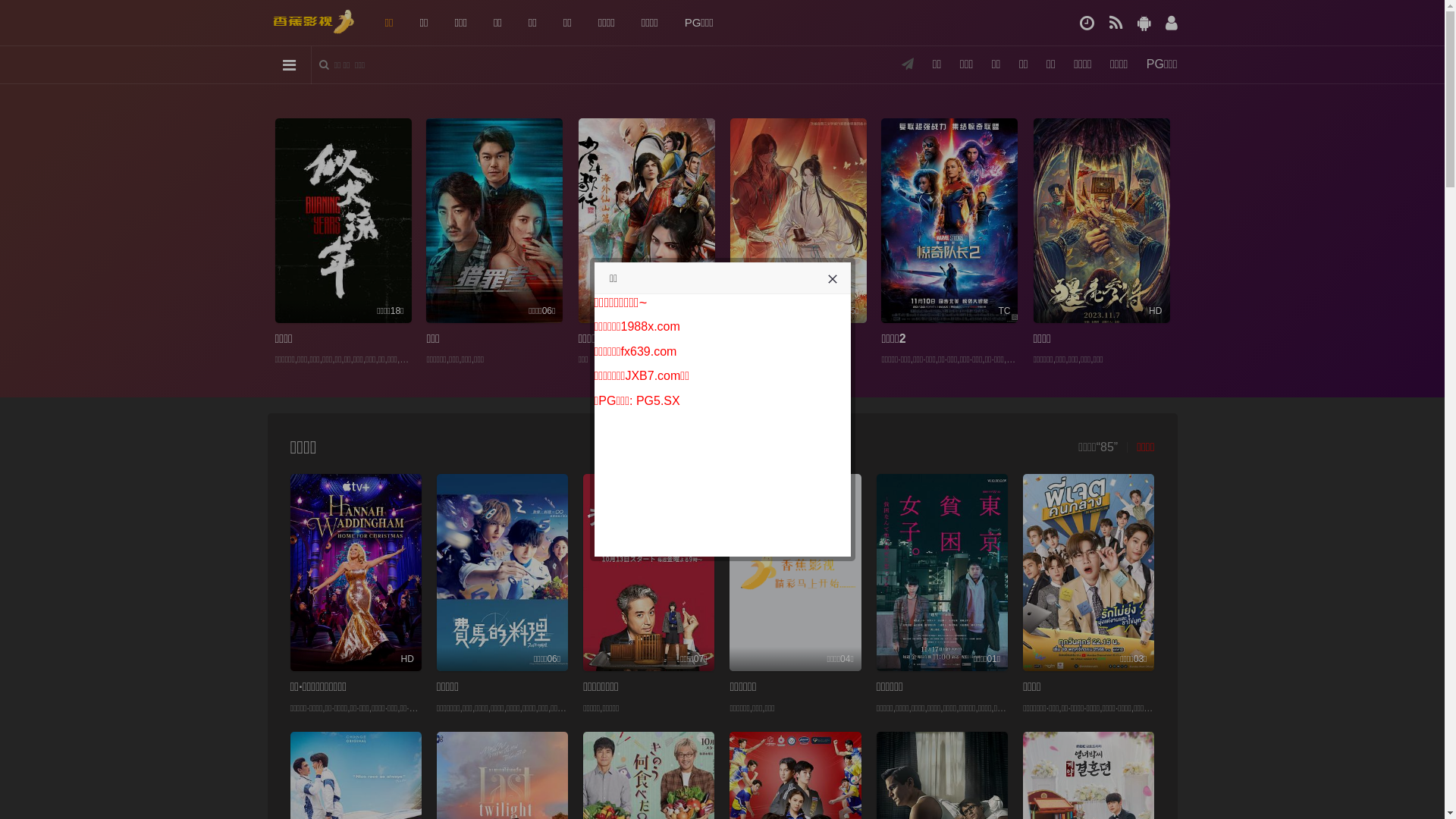 The width and height of the screenshot is (1456, 819). Describe the element at coordinates (354, 573) in the screenshot. I see `'HD'` at that location.